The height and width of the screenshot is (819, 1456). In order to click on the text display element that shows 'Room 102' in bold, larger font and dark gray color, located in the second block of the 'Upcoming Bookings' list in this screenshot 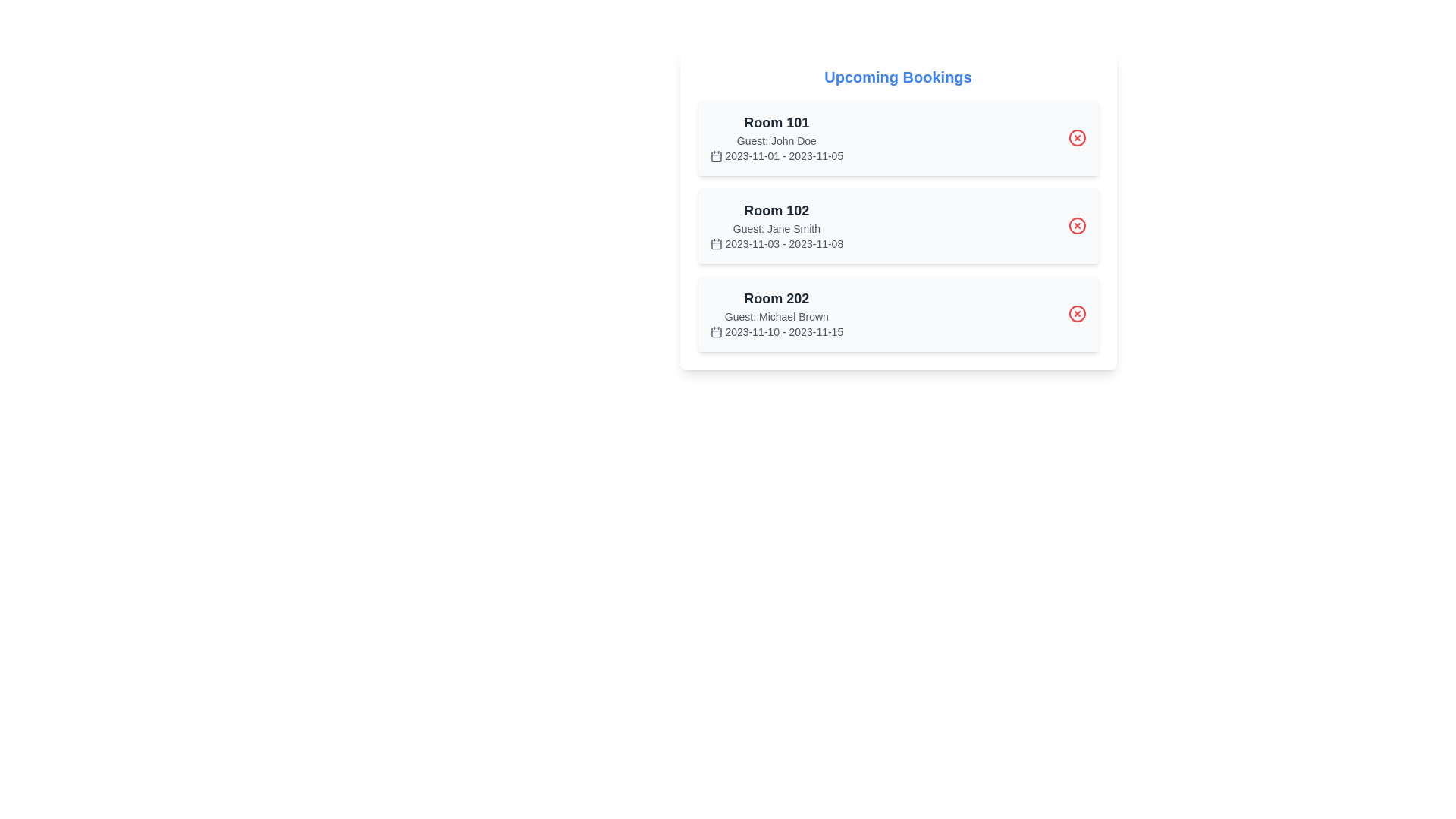, I will do `click(777, 210)`.